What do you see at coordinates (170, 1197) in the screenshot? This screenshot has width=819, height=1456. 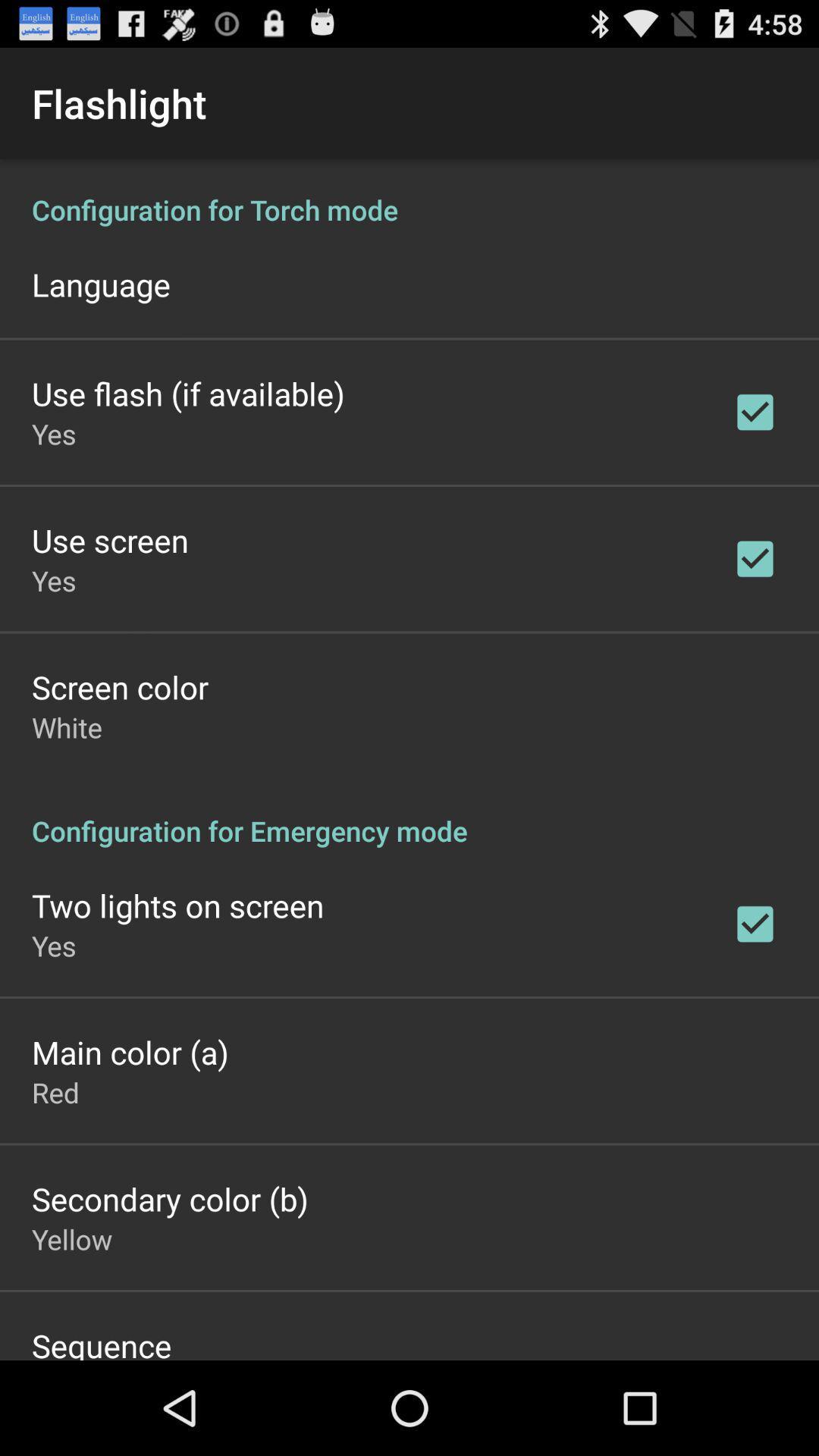 I see `the item below the red item` at bounding box center [170, 1197].